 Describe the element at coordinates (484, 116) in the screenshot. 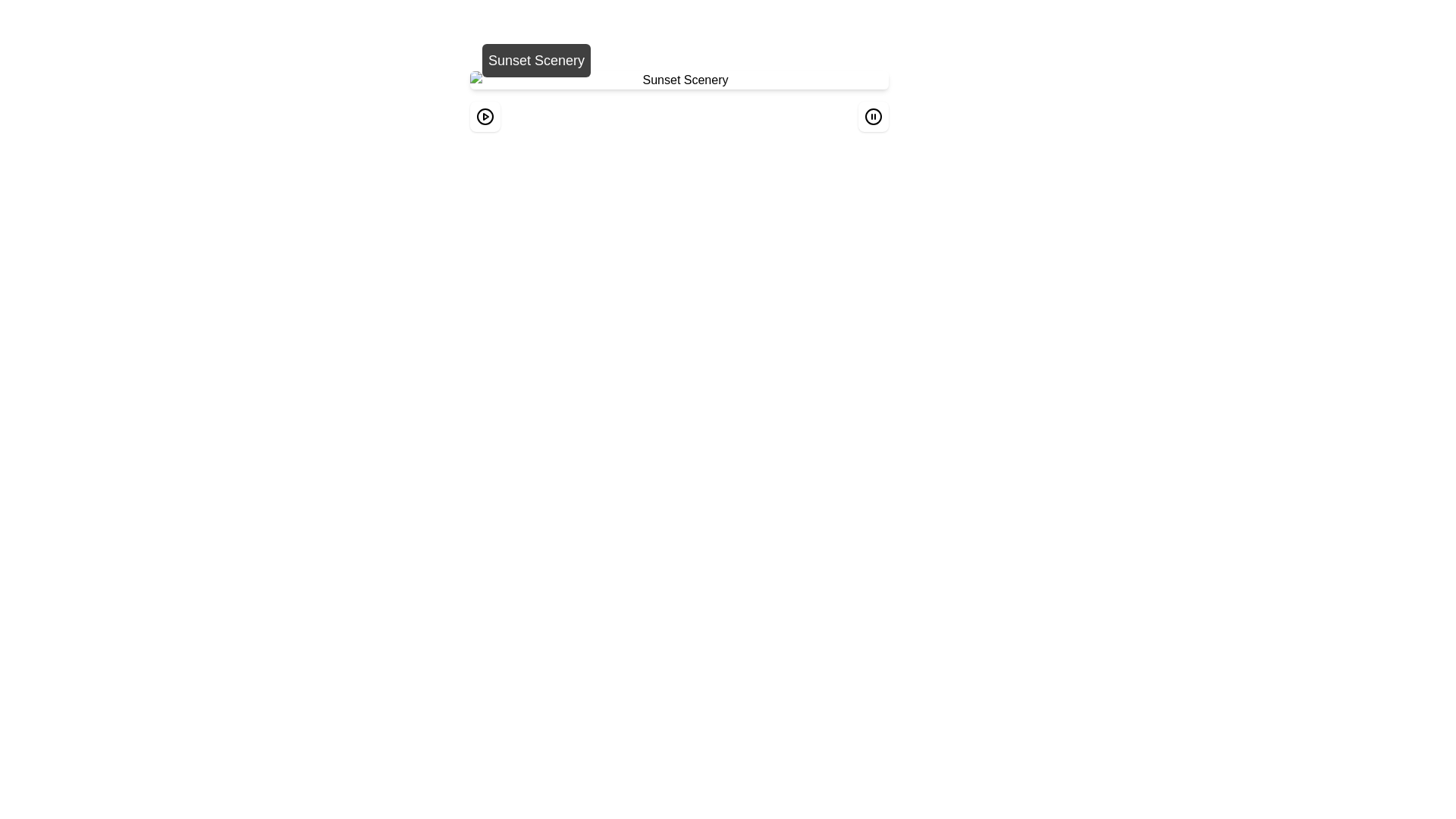

I see `the circular play icon button located below the label 'Sunset Scenery', which features a right-pointing play symbol` at that location.